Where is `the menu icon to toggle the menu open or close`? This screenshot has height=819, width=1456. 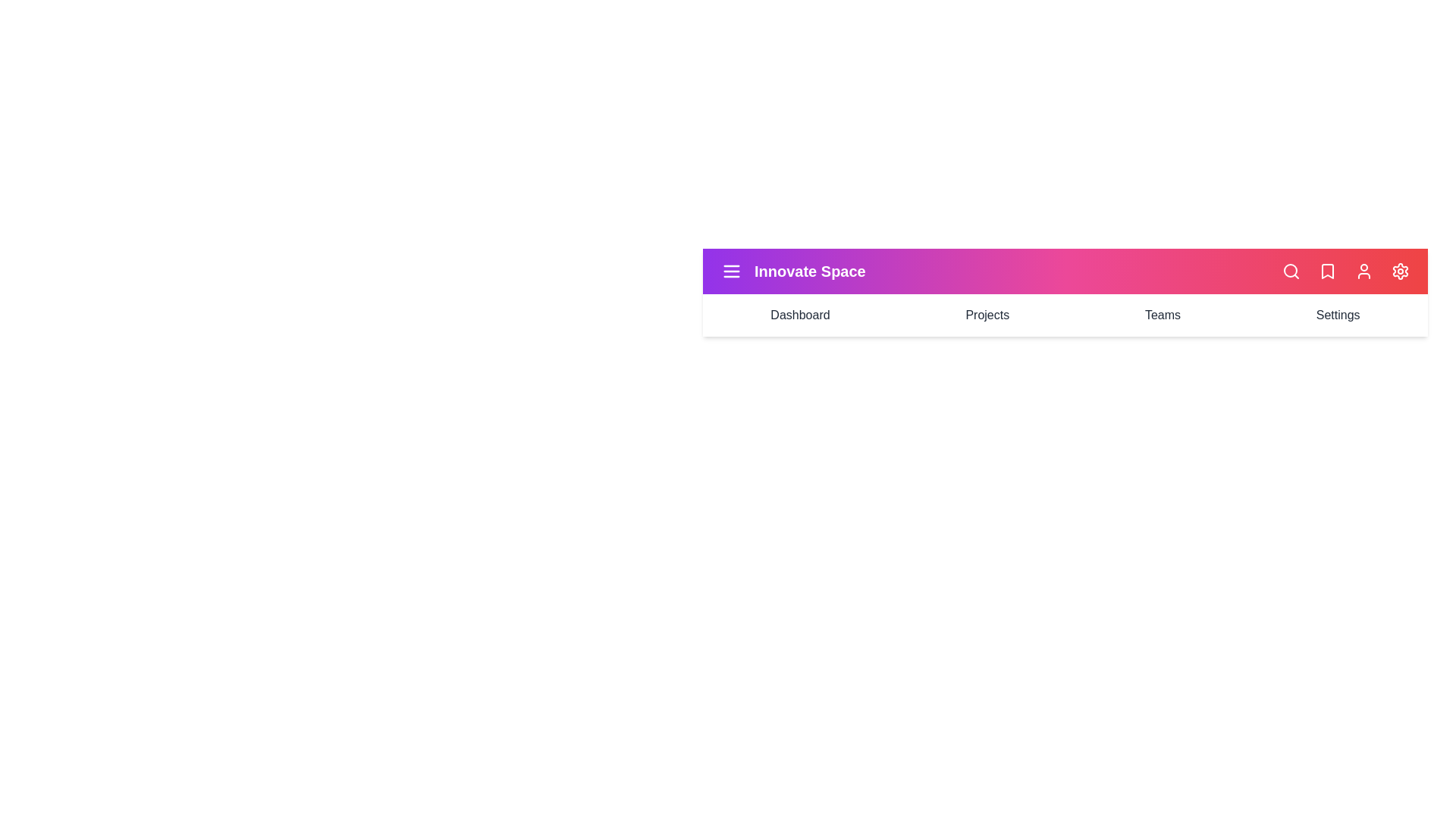 the menu icon to toggle the menu open or close is located at coordinates (731, 271).